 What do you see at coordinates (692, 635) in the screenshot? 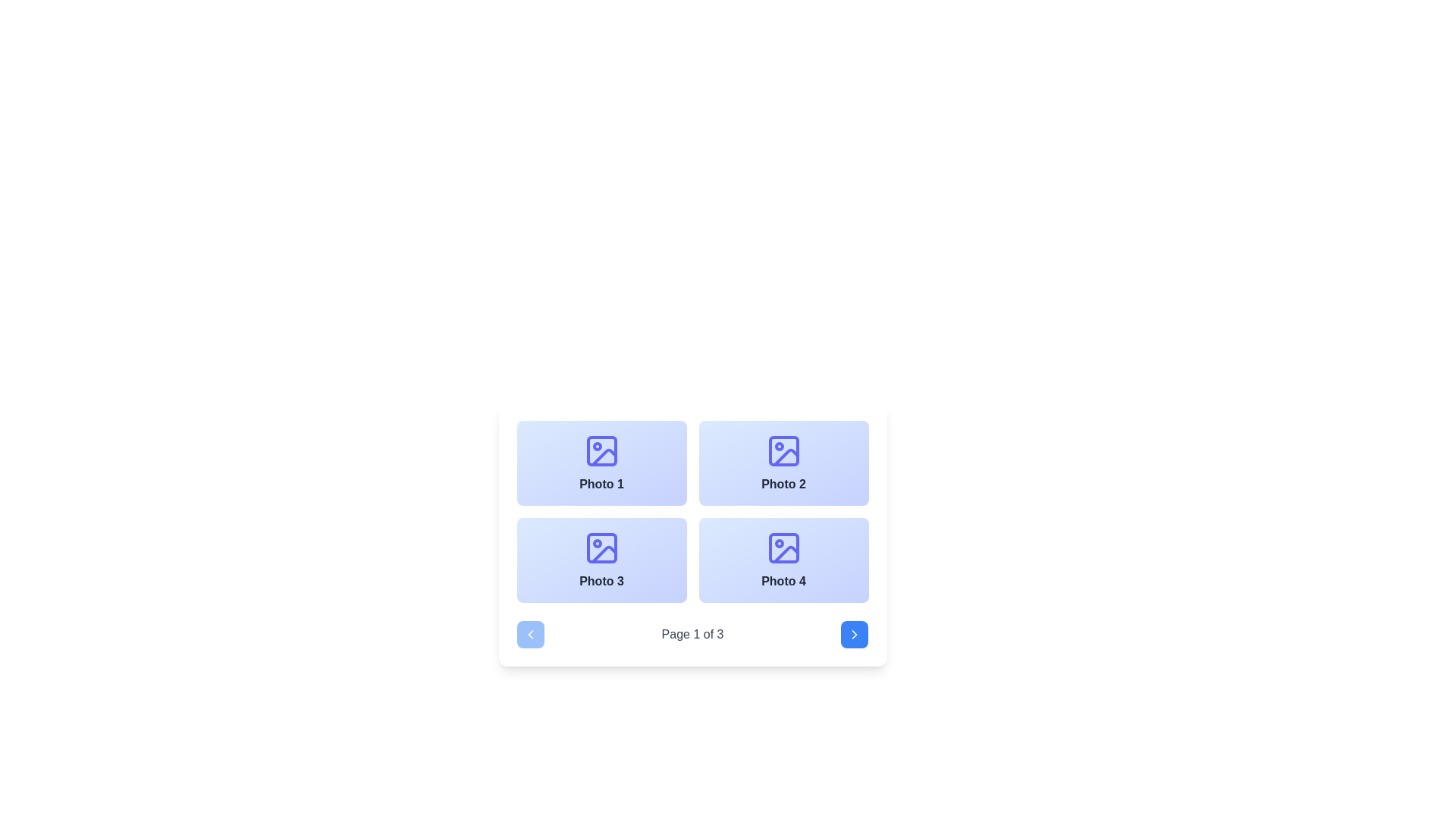
I see `the Text Display that indicates the current page number, positioned centrally between the left and right chevrons` at bounding box center [692, 635].